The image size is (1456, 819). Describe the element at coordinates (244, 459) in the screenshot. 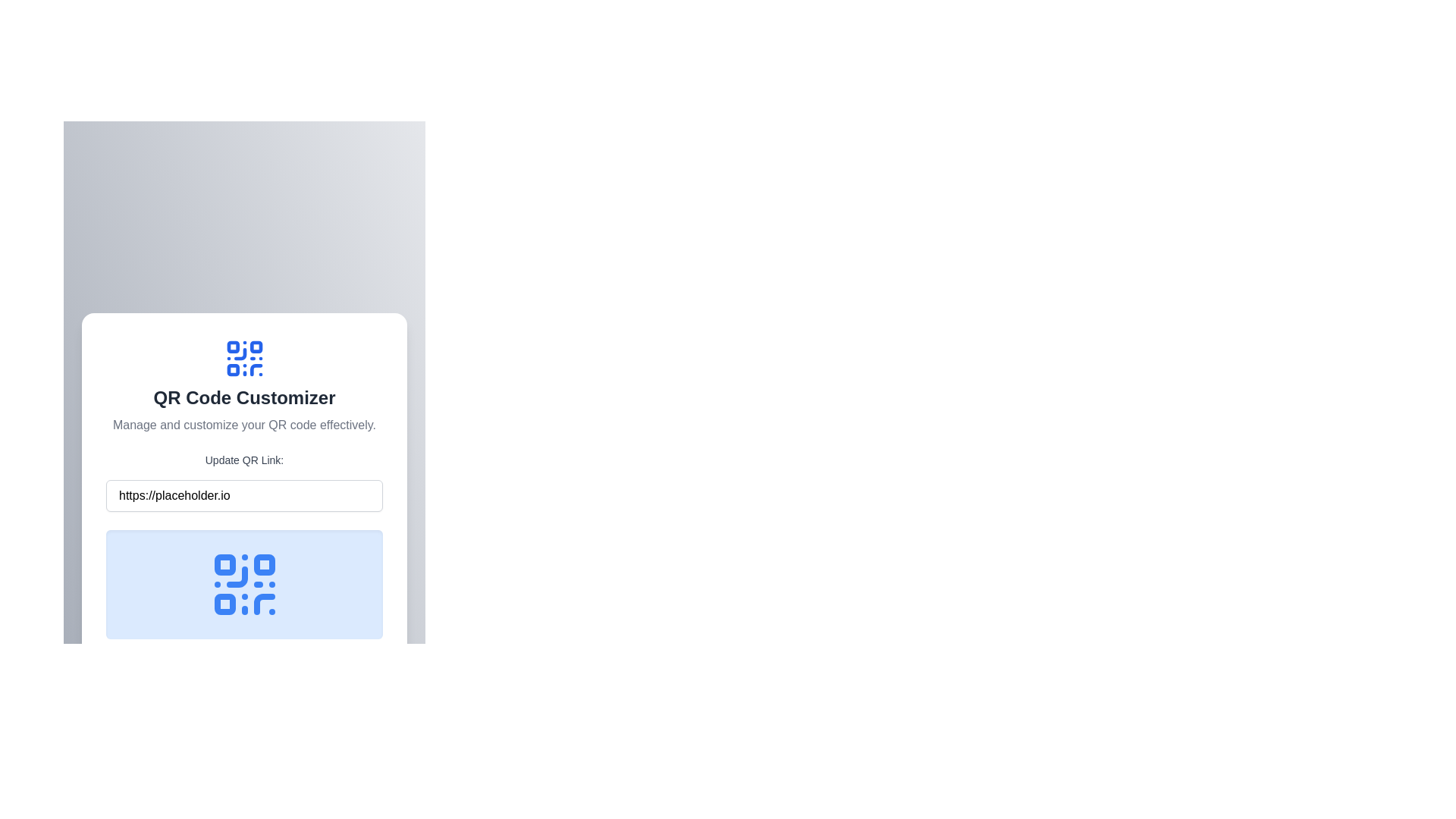

I see `the descriptive text label indicating the purpose of the input field for a QR link update, which is positioned above the input field with placeholder 'Enter your link here'` at that location.